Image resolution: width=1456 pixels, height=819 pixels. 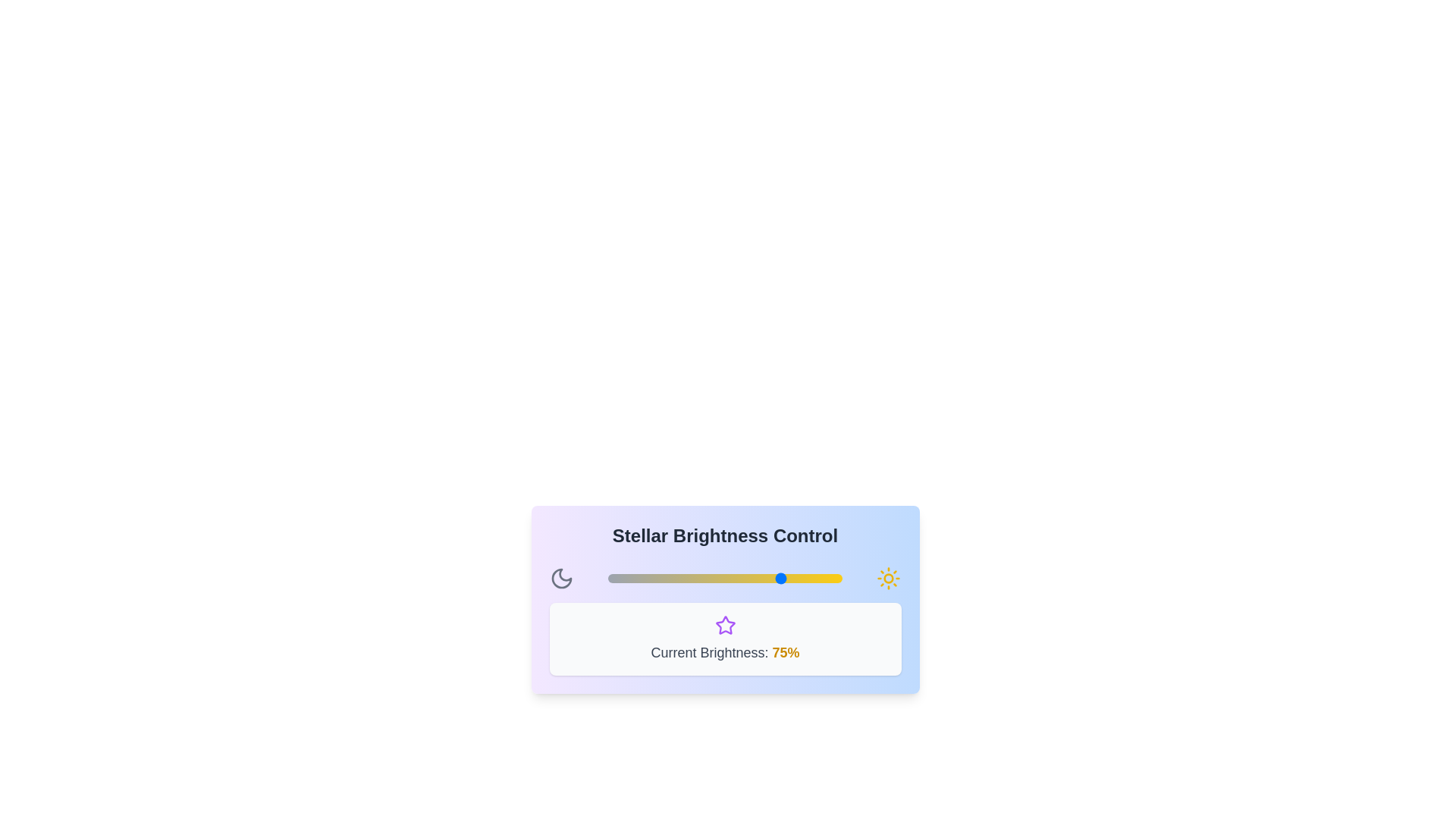 I want to click on the slider to set the brightness to 76%, so click(x=786, y=579).